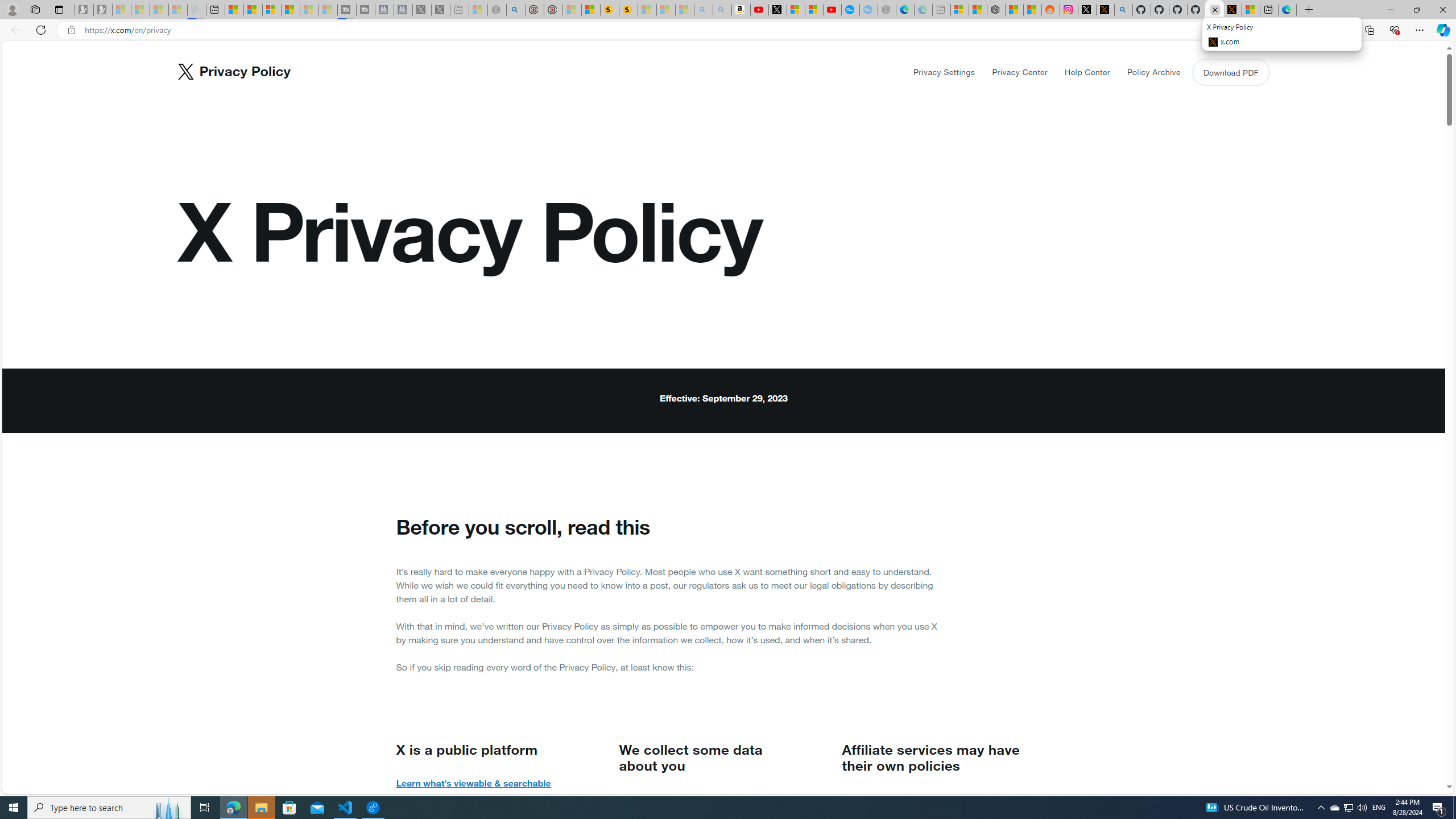 This screenshot has height=819, width=1456. Describe the element at coordinates (868, 9) in the screenshot. I see `'The most popular Google '` at that location.